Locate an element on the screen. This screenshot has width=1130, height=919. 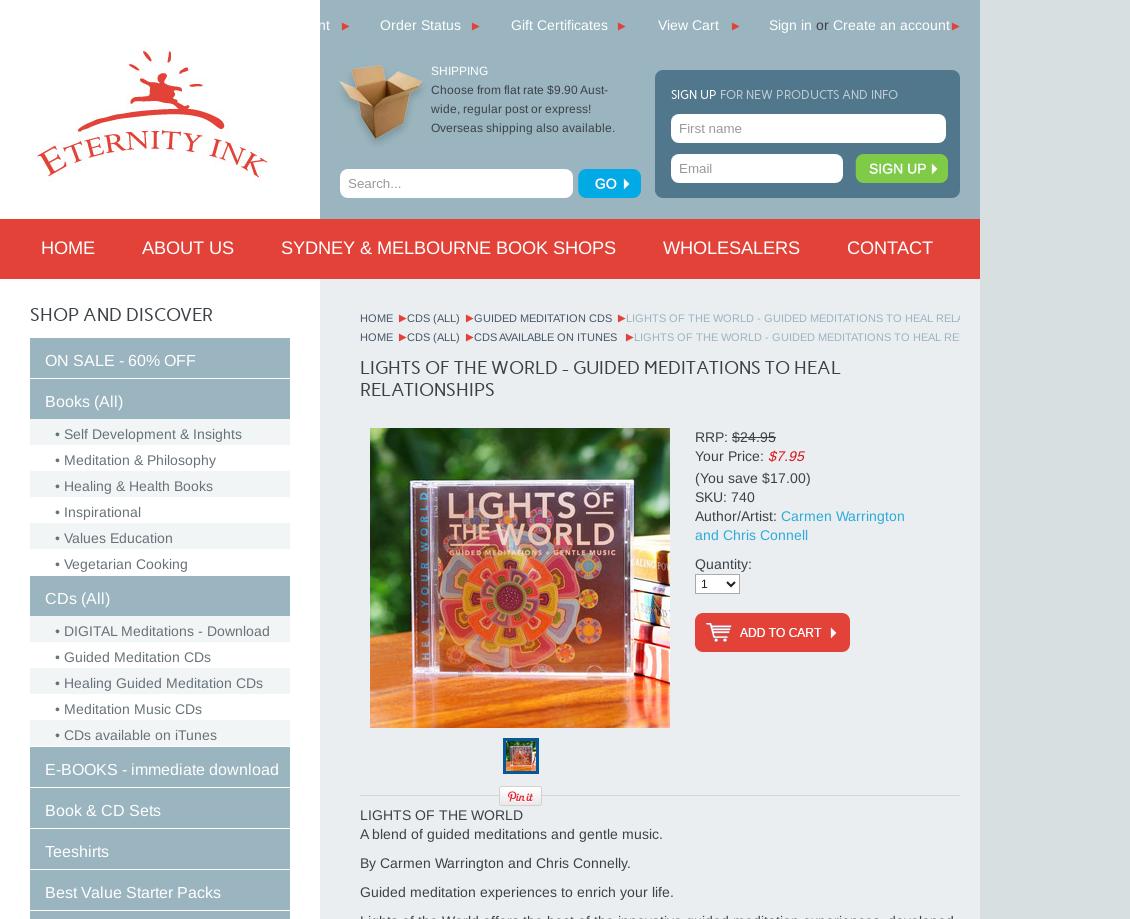
'Quantity:' is located at coordinates (693, 563).